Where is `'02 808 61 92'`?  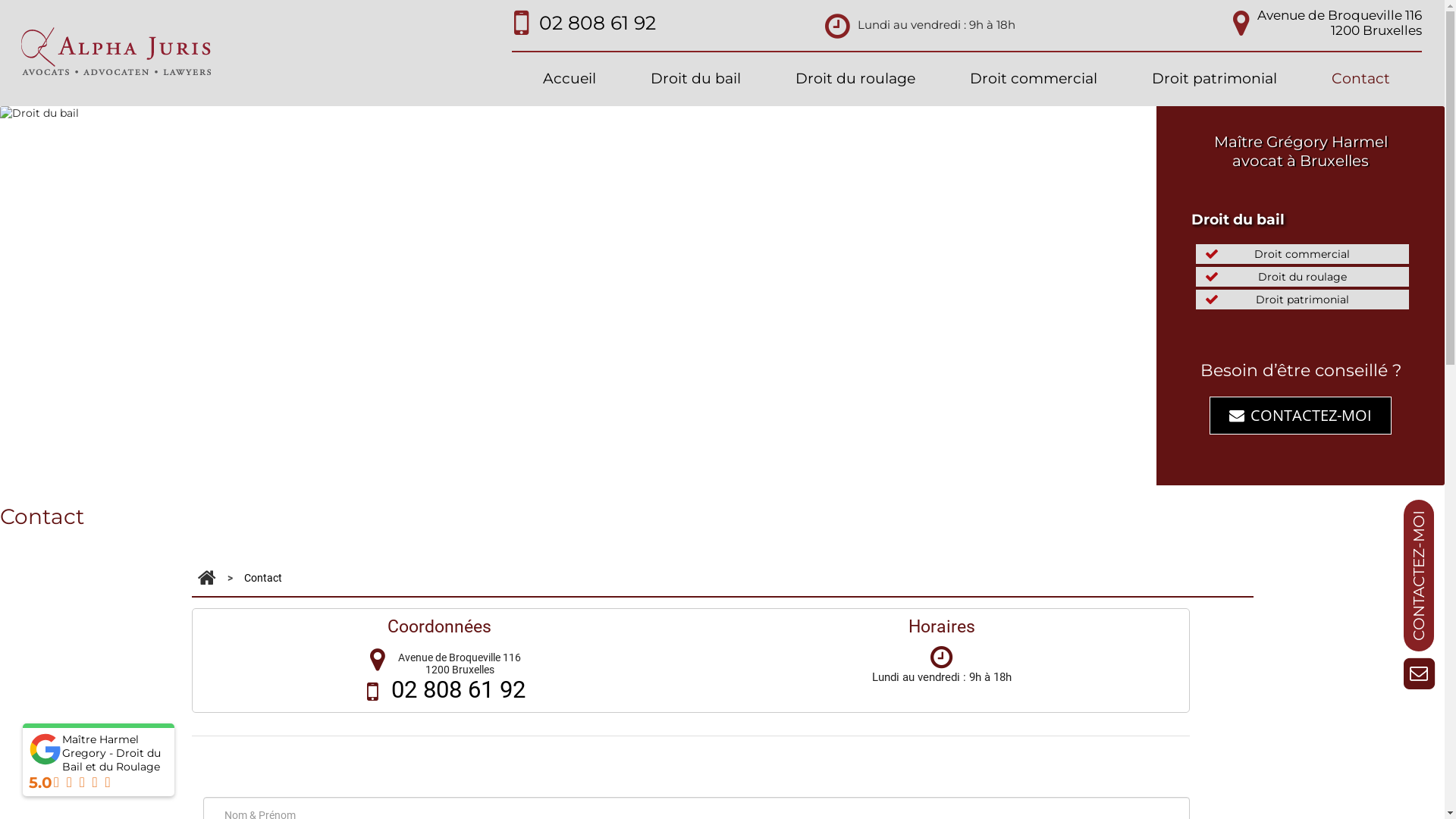 '02 808 61 92' is located at coordinates (457, 689).